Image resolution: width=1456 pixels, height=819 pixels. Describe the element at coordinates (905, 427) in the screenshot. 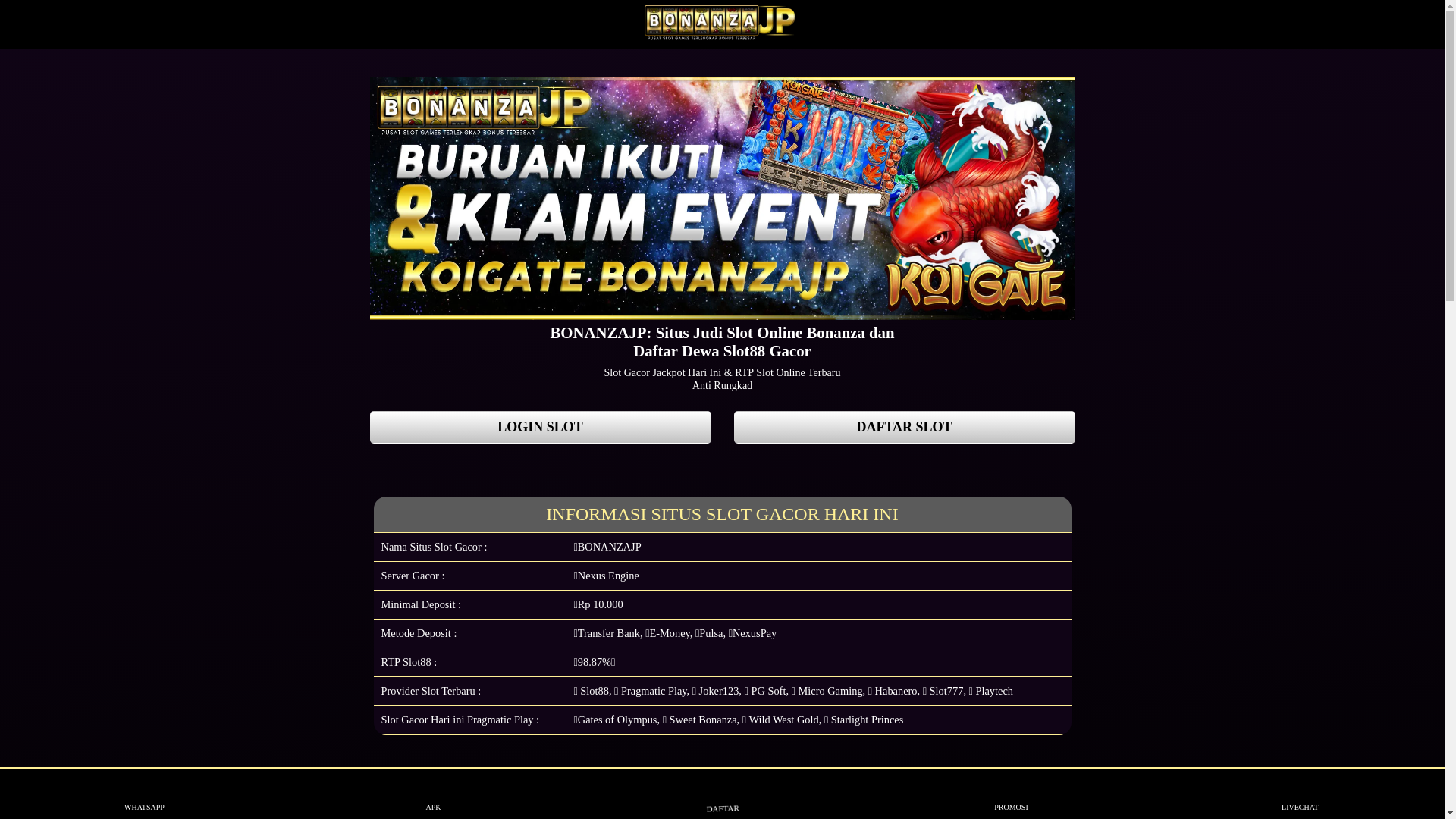

I see `'DAFTAR SLOT'` at that location.